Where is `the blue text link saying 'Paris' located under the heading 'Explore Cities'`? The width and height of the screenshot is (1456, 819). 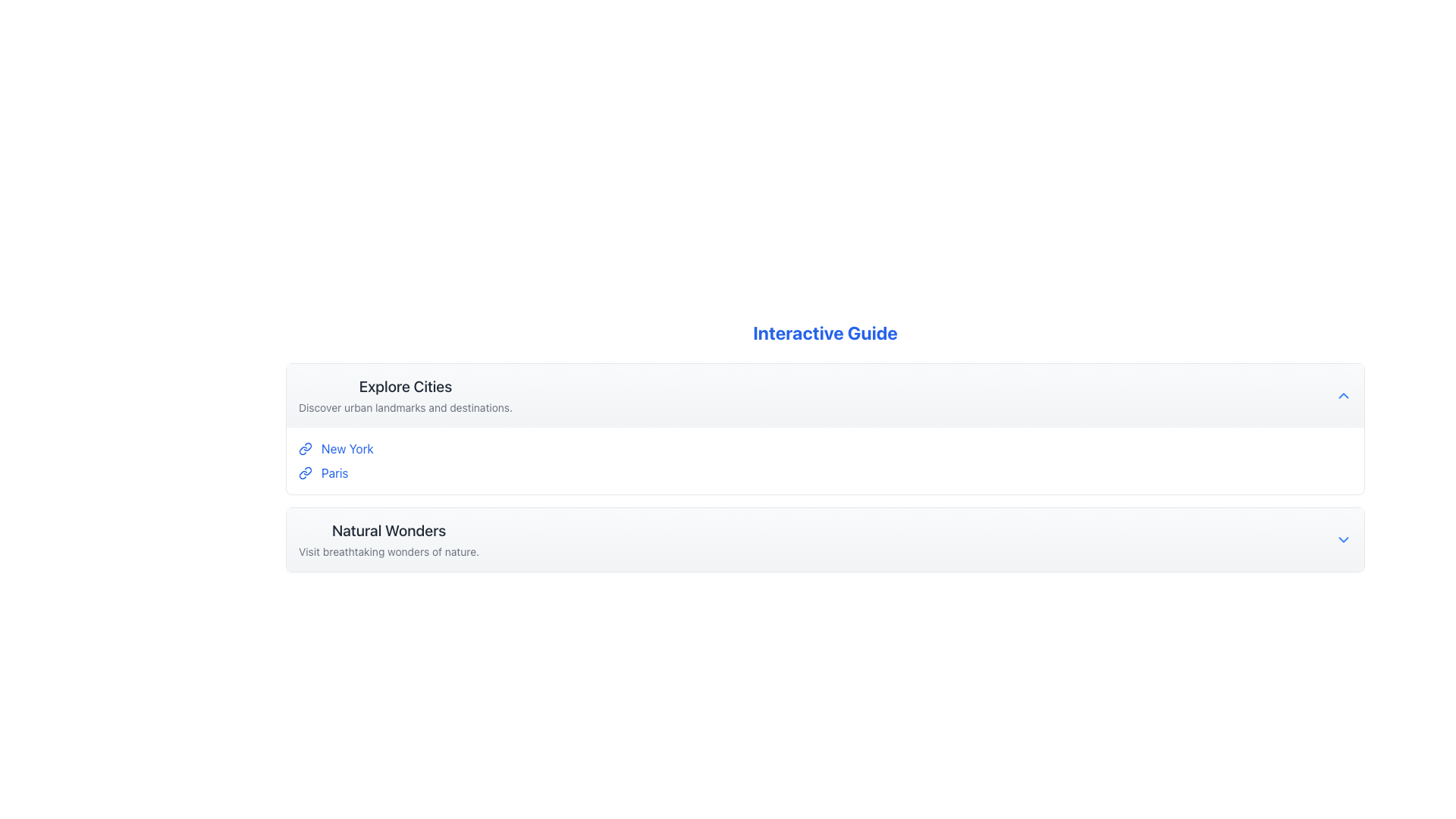
the blue text link saying 'Paris' located under the heading 'Explore Cities' is located at coordinates (334, 472).